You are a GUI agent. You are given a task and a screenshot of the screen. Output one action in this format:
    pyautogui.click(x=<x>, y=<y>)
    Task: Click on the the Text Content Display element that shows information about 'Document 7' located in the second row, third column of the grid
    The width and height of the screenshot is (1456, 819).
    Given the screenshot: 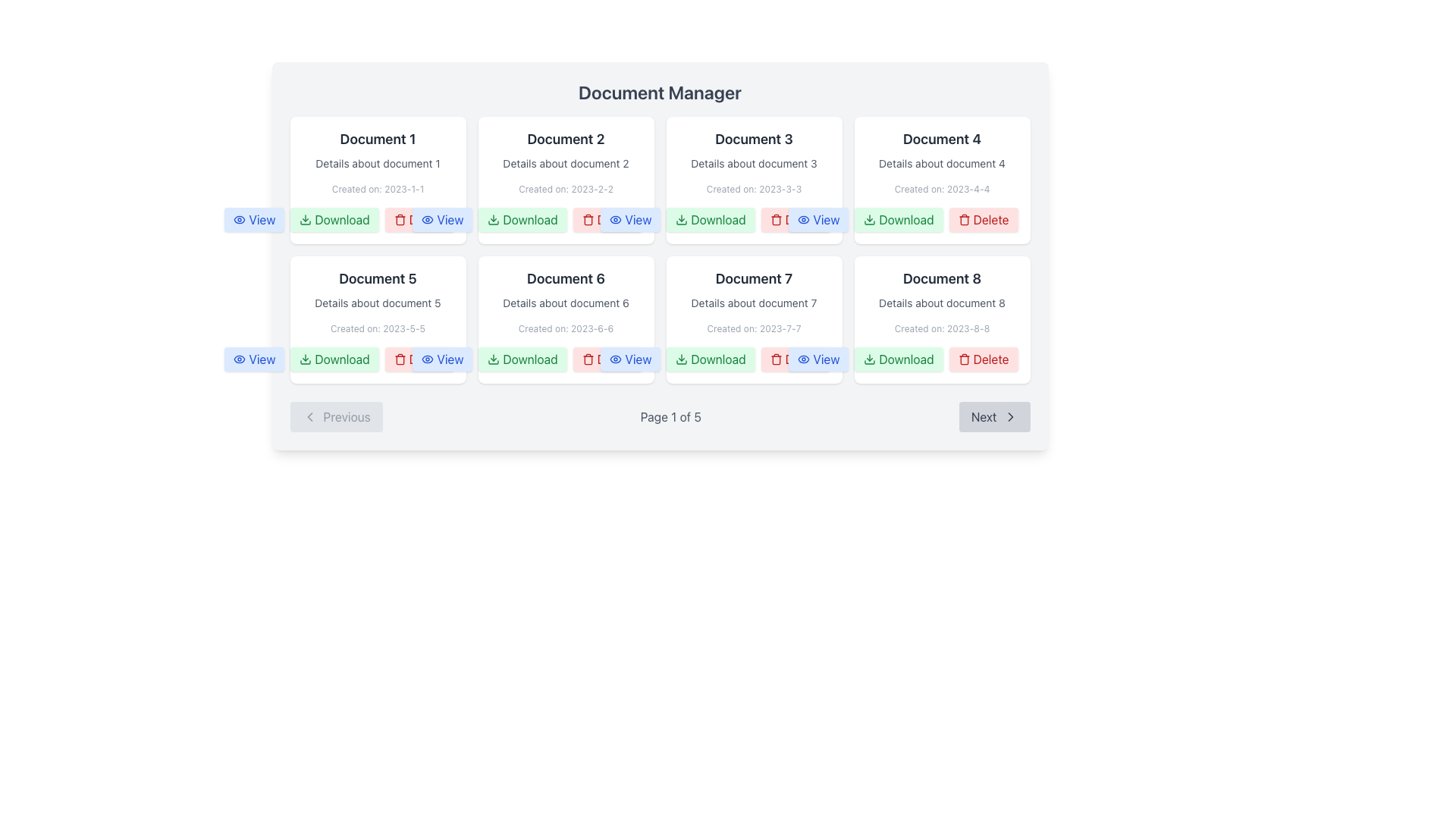 What is the action you would take?
    pyautogui.click(x=754, y=301)
    